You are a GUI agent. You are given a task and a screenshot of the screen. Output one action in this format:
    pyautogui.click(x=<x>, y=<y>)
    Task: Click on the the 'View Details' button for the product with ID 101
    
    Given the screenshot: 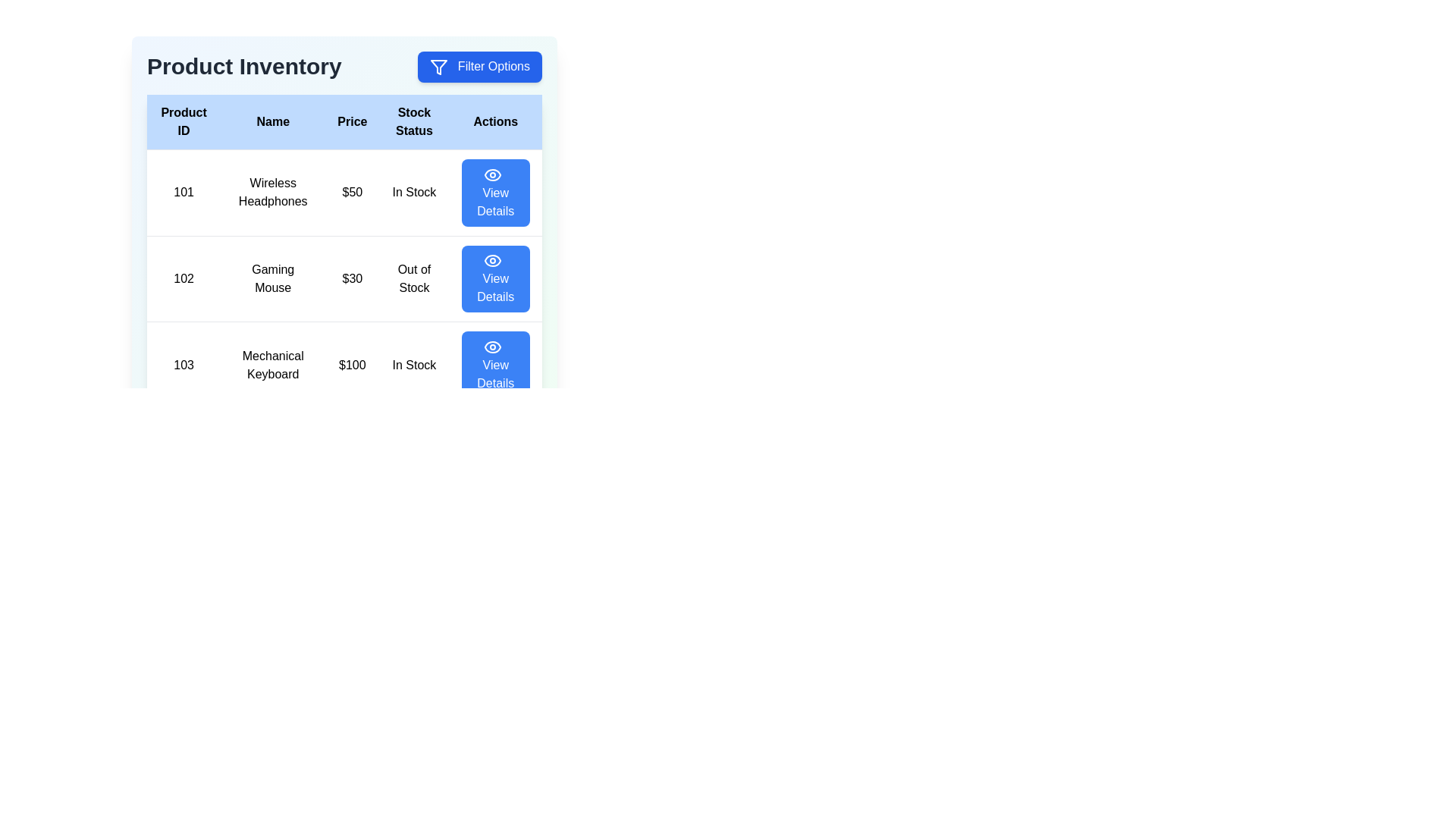 What is the action you would take?
    pyautogui.click(x=495, y=192)
    